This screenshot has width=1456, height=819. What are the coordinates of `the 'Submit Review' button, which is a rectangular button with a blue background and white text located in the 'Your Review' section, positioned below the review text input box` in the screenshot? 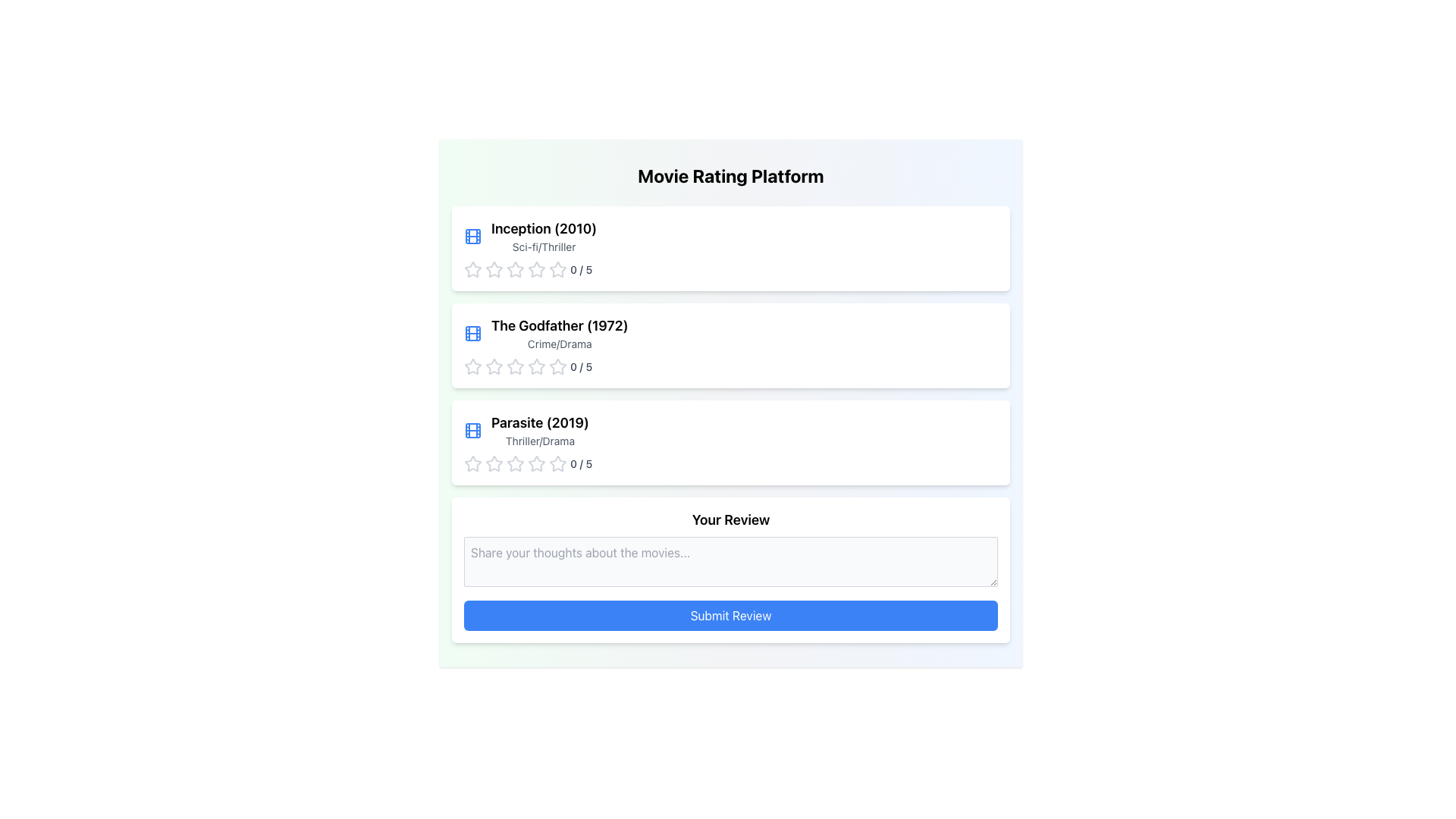 It's located at (731, 616).